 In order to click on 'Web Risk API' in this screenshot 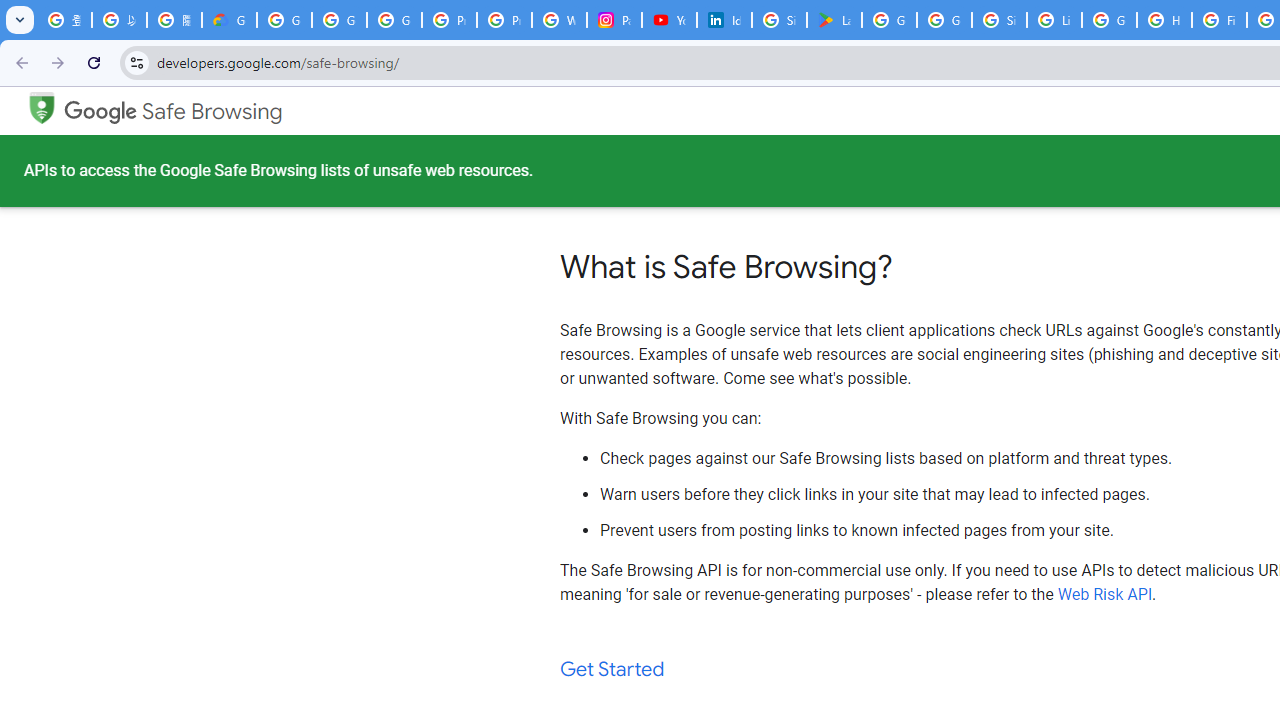, I will do `click(1104, 593)`.